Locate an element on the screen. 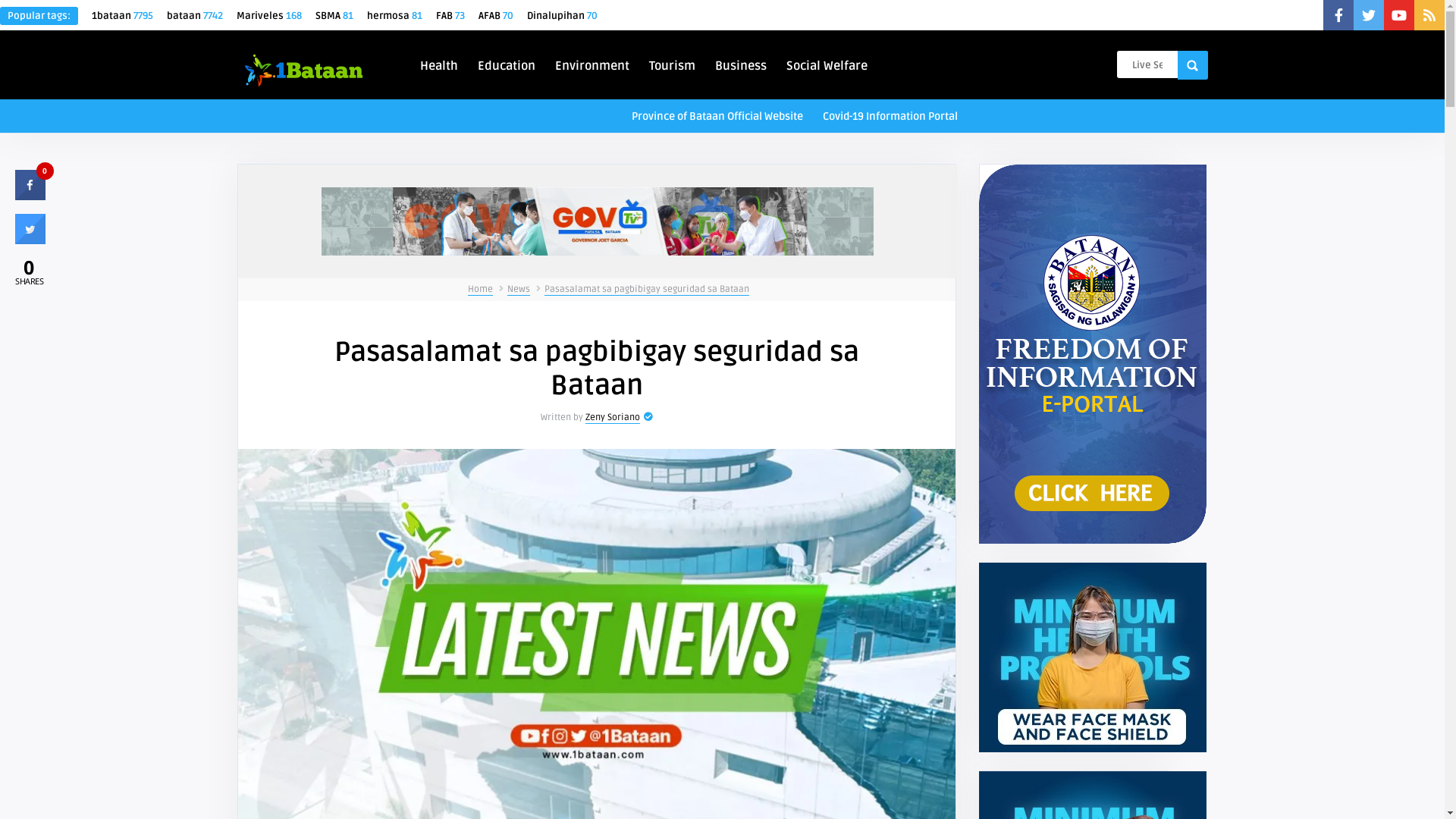 Image resolution: width=1456 pixels, height=819 pixels. 'Social Welfare' is located at coordinates (780, 63).